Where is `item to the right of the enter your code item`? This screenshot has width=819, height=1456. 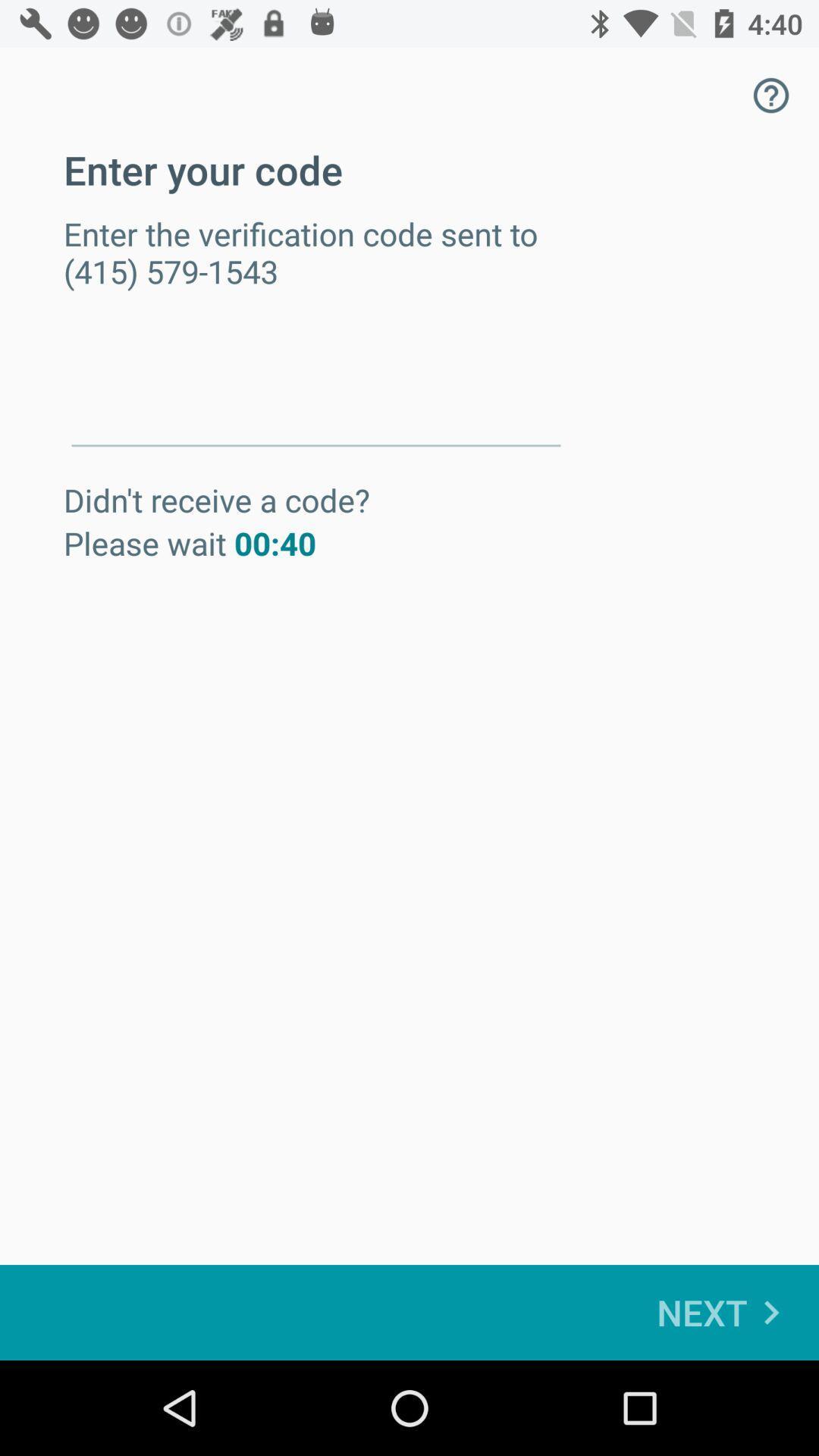
item to the right of the enter your code item is located at coordinates (771, 94).